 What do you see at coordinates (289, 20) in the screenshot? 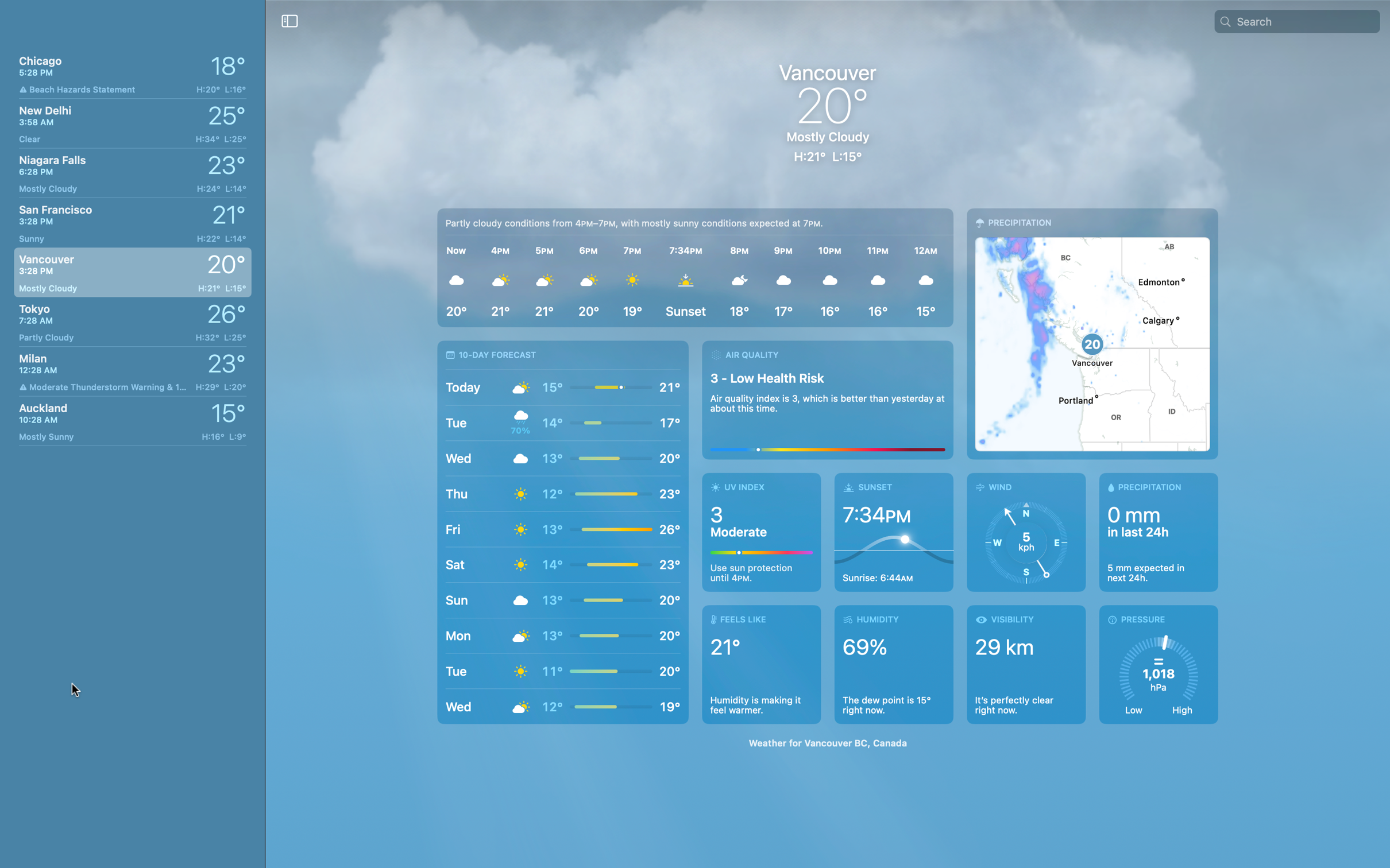
I see `Enable the "hide list" function to hide the list of cities from the left pane` at bounding box center [289, 20].